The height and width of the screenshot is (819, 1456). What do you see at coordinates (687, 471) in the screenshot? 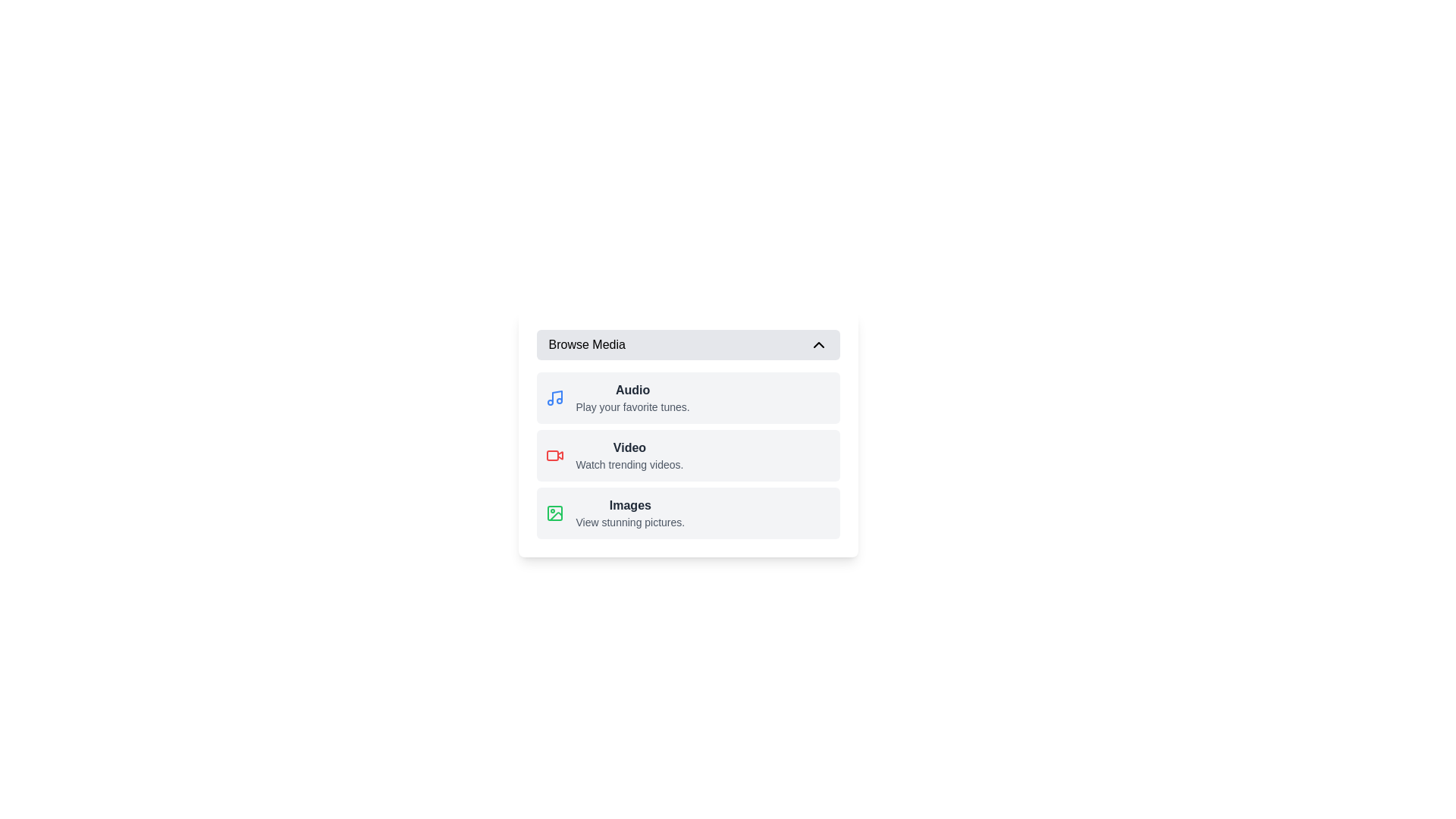
I see `the second menu item in the 'Browse Media' box` at bounding box center [687, 471].